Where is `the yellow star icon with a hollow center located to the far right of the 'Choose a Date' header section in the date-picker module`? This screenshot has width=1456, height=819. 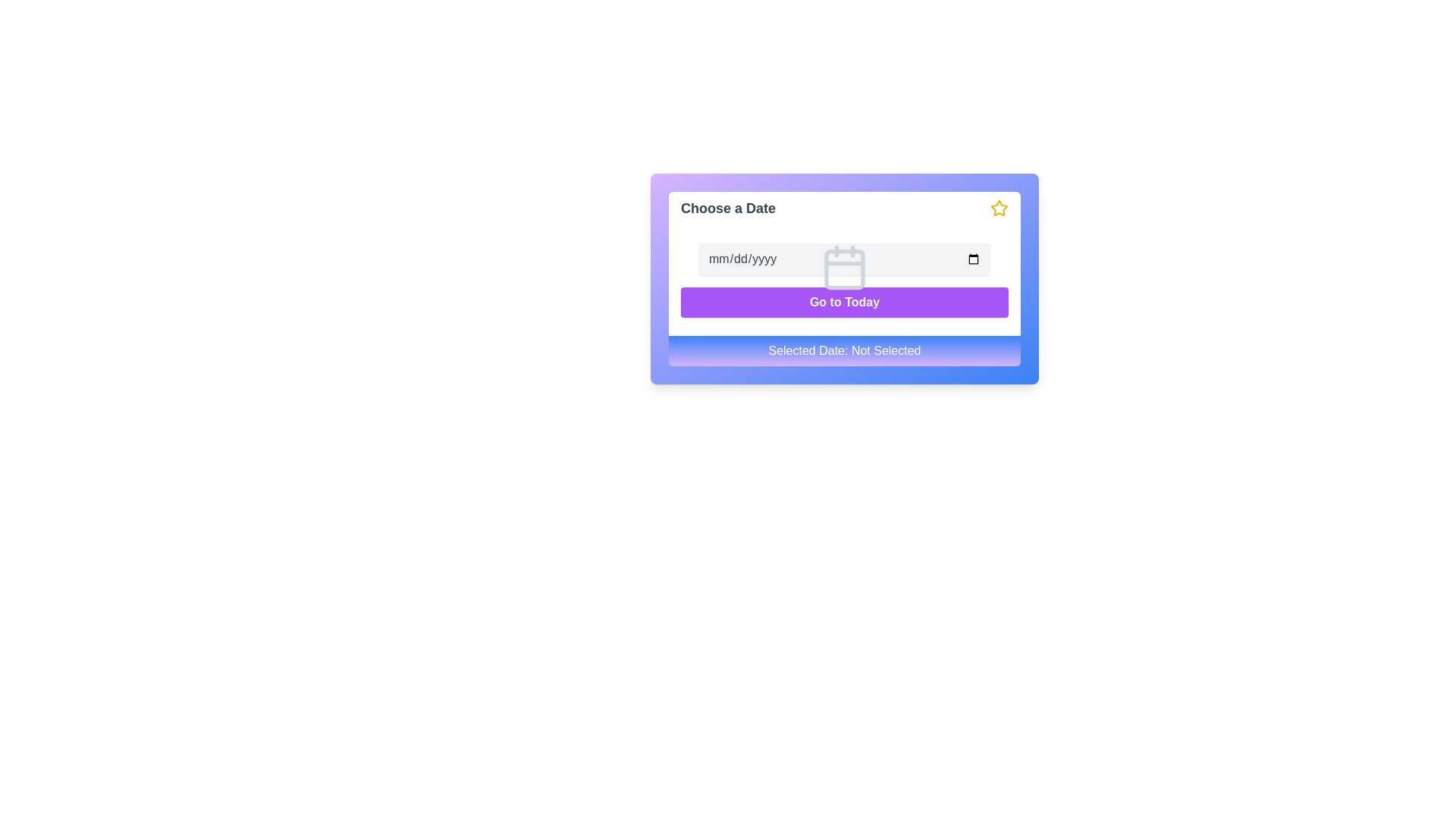
the yellow star icon with a hollow center located to the far right of the 'Choose a Date' header section in the date-picker module is located at coordinates (999, 208).